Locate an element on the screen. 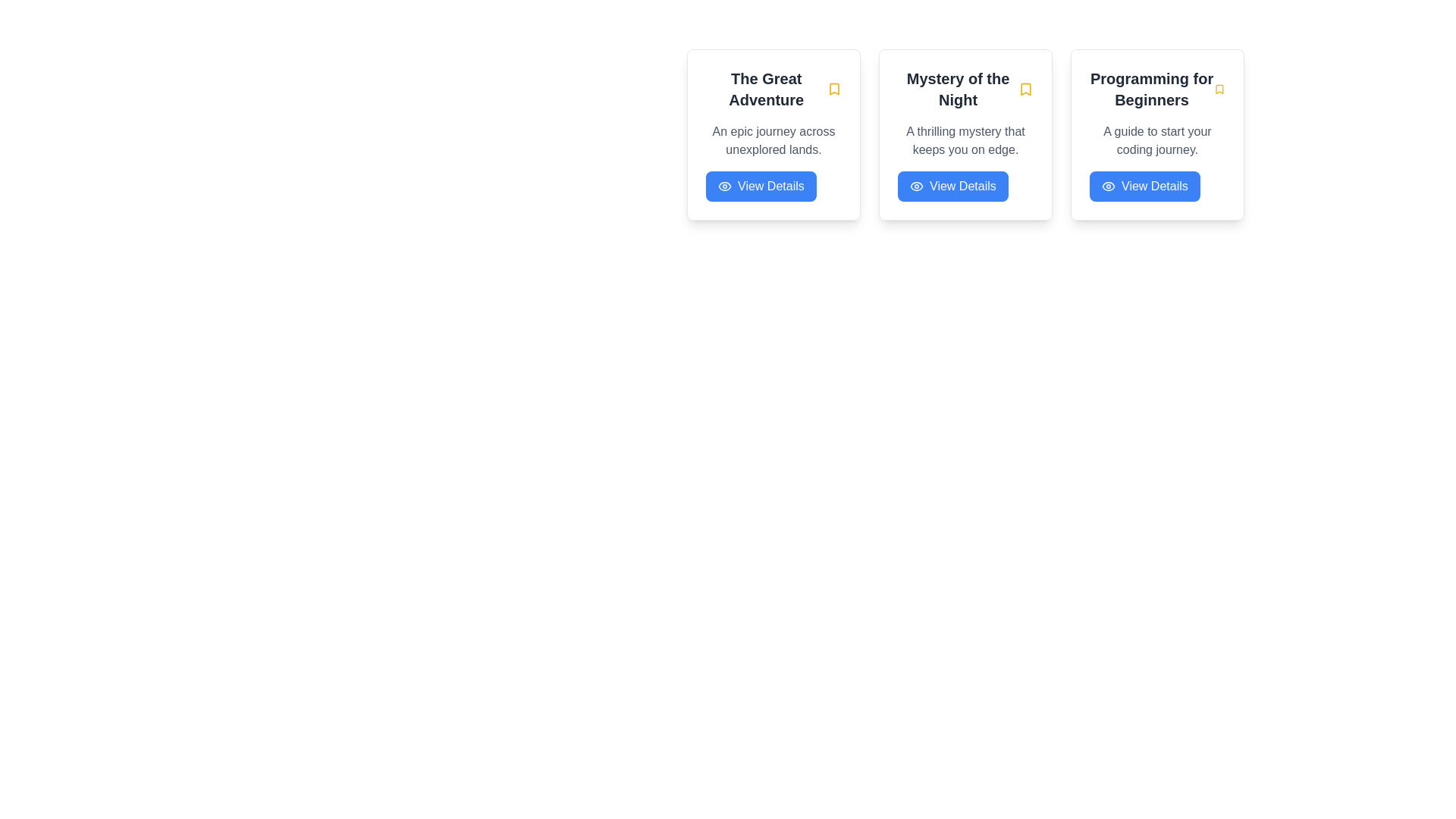 This screenshot has height=819, width=1456. the blue button labeled 'View Details' with a white eye icon, located at the bottom of the 'Mystery of the Night' card to observe the hover effect is located at coordinates (952, 186).